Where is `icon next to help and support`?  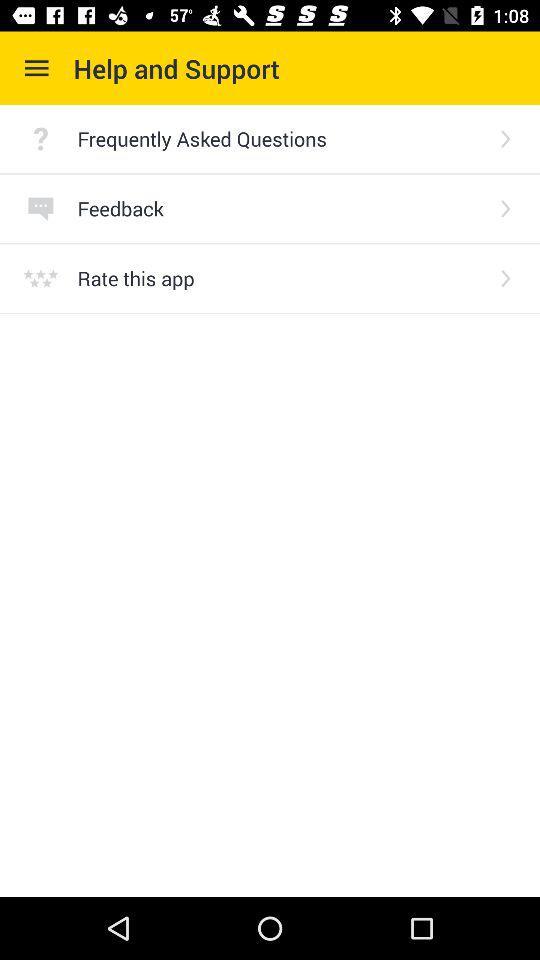 icon next to help and support is located at coordinates (36, 68).